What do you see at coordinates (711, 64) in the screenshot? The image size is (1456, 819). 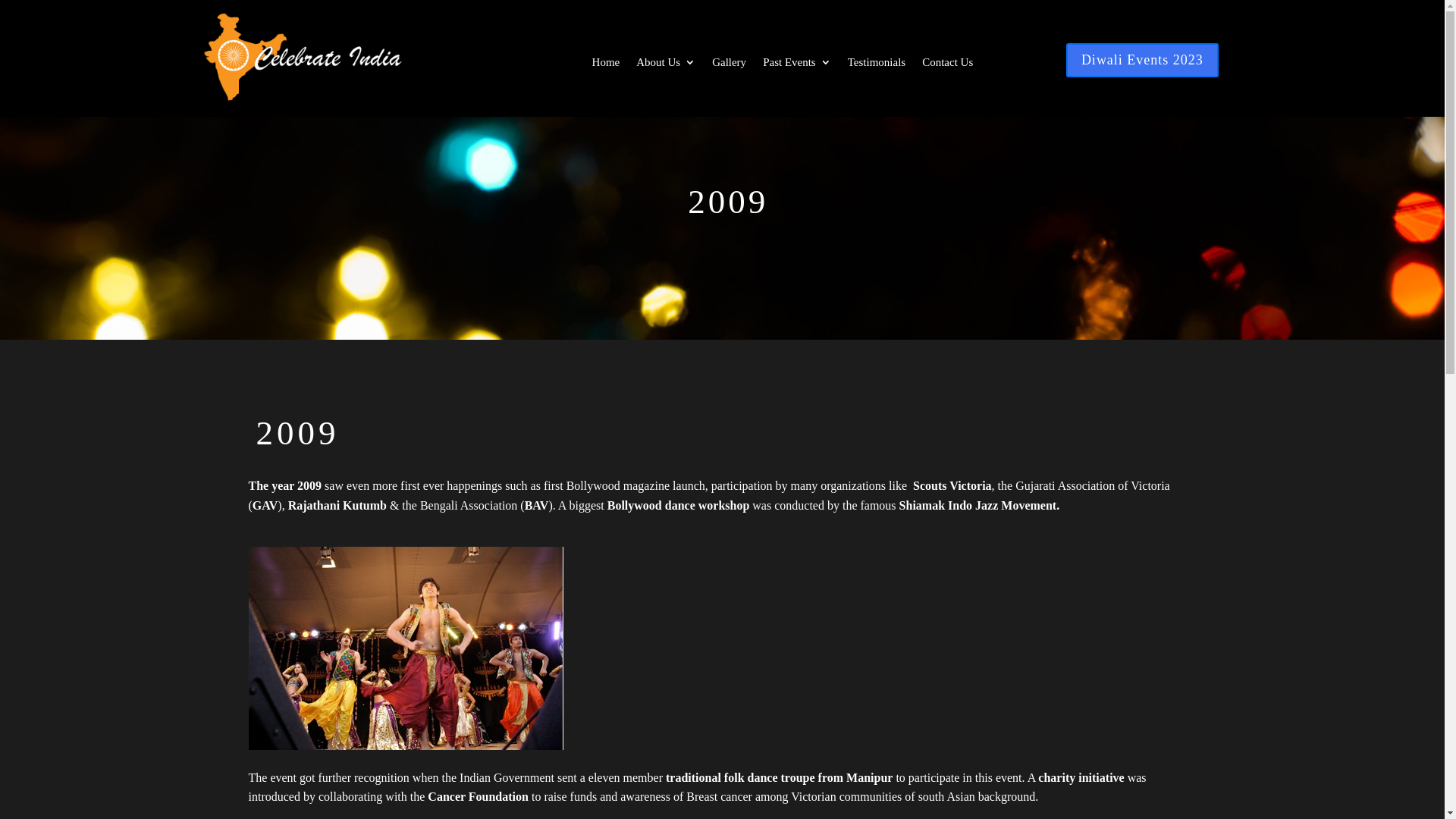 I see `'Gallery'` at bounding box center [711, 64].